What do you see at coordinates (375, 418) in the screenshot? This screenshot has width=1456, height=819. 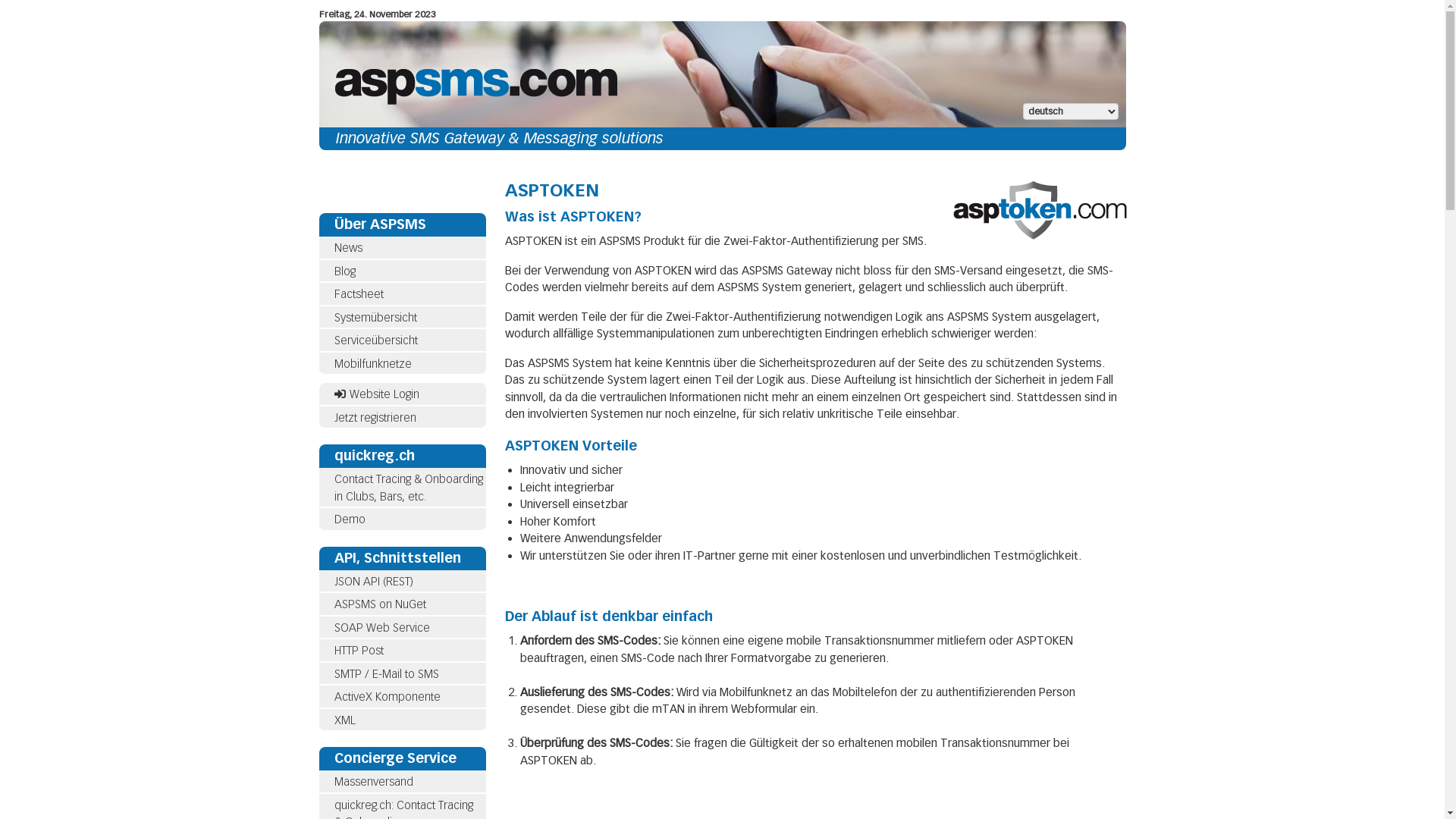 I see `'Jetzt registrieren'` at bounding box center [375, 418].